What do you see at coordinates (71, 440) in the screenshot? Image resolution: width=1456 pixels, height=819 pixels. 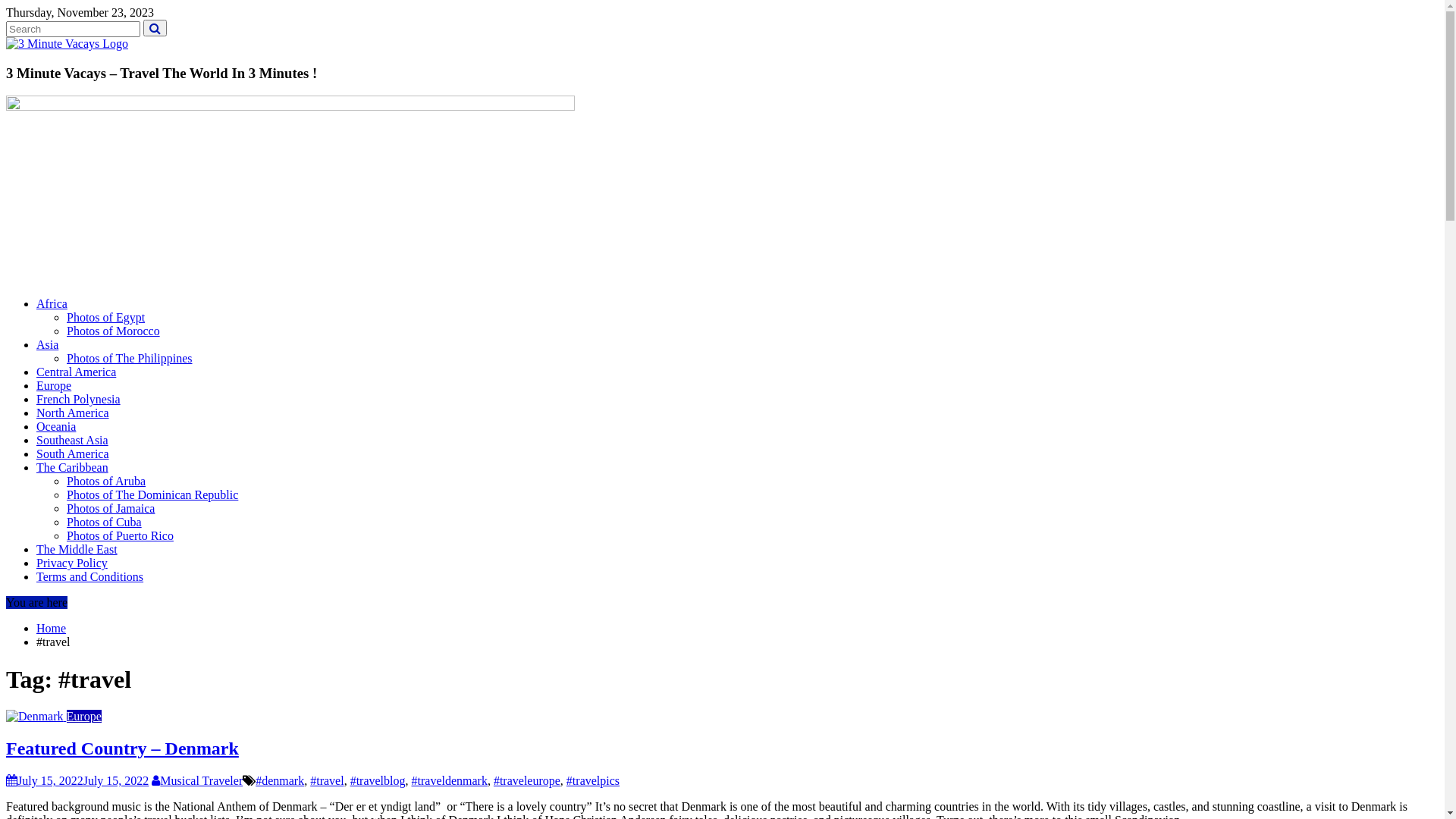 I see `'Southeast Asia'` at bounding box center [71, 440].